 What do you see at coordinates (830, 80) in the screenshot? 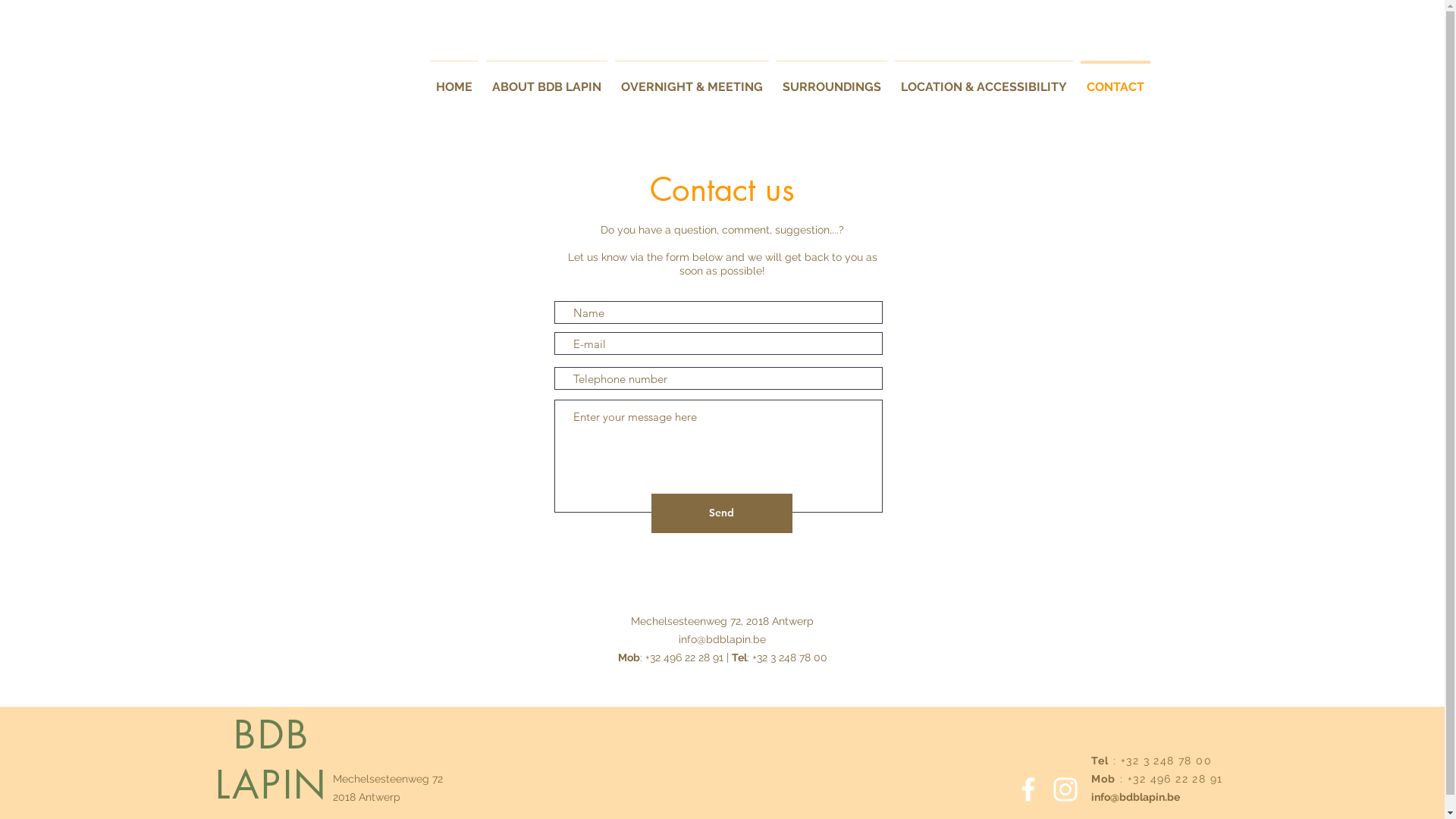
I see `'SURROUNDINGS'` at bounding box center [830, 80].